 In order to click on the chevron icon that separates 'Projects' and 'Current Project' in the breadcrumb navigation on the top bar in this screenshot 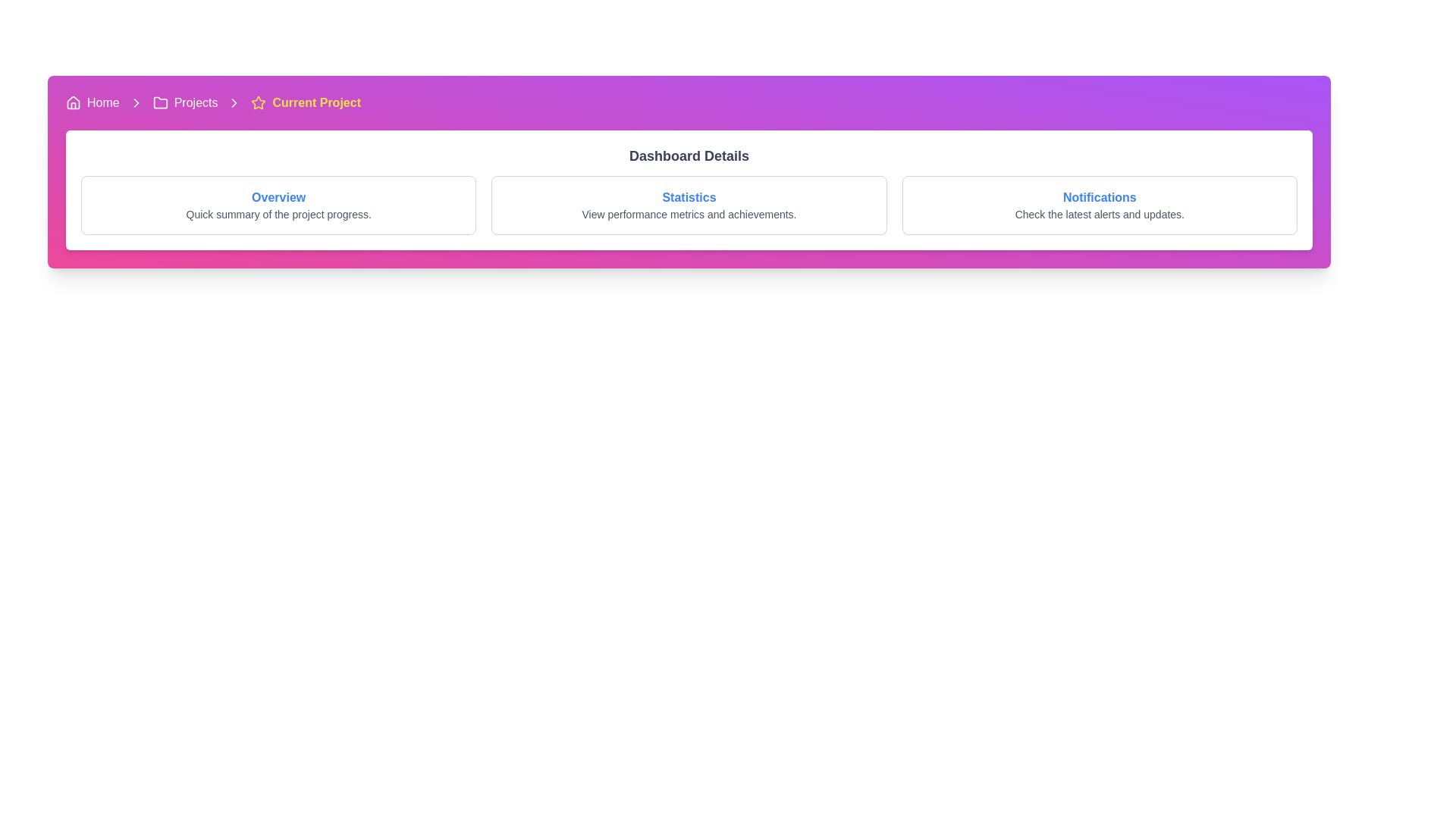, I will do `click(136, 102)`.